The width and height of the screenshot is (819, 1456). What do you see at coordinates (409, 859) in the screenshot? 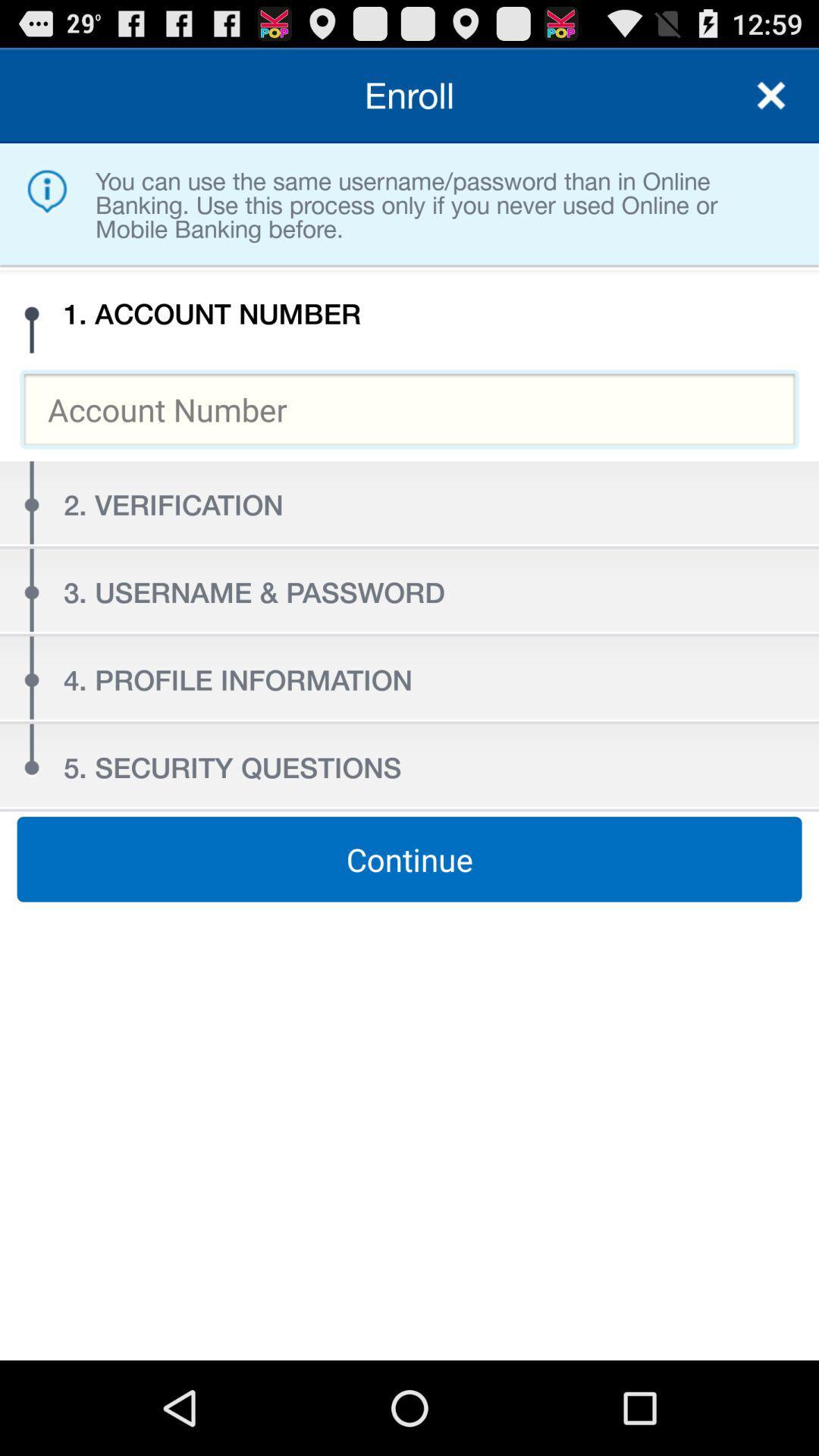
I see `the icon below the 5. security questions item` at bounding box center [409, 859].